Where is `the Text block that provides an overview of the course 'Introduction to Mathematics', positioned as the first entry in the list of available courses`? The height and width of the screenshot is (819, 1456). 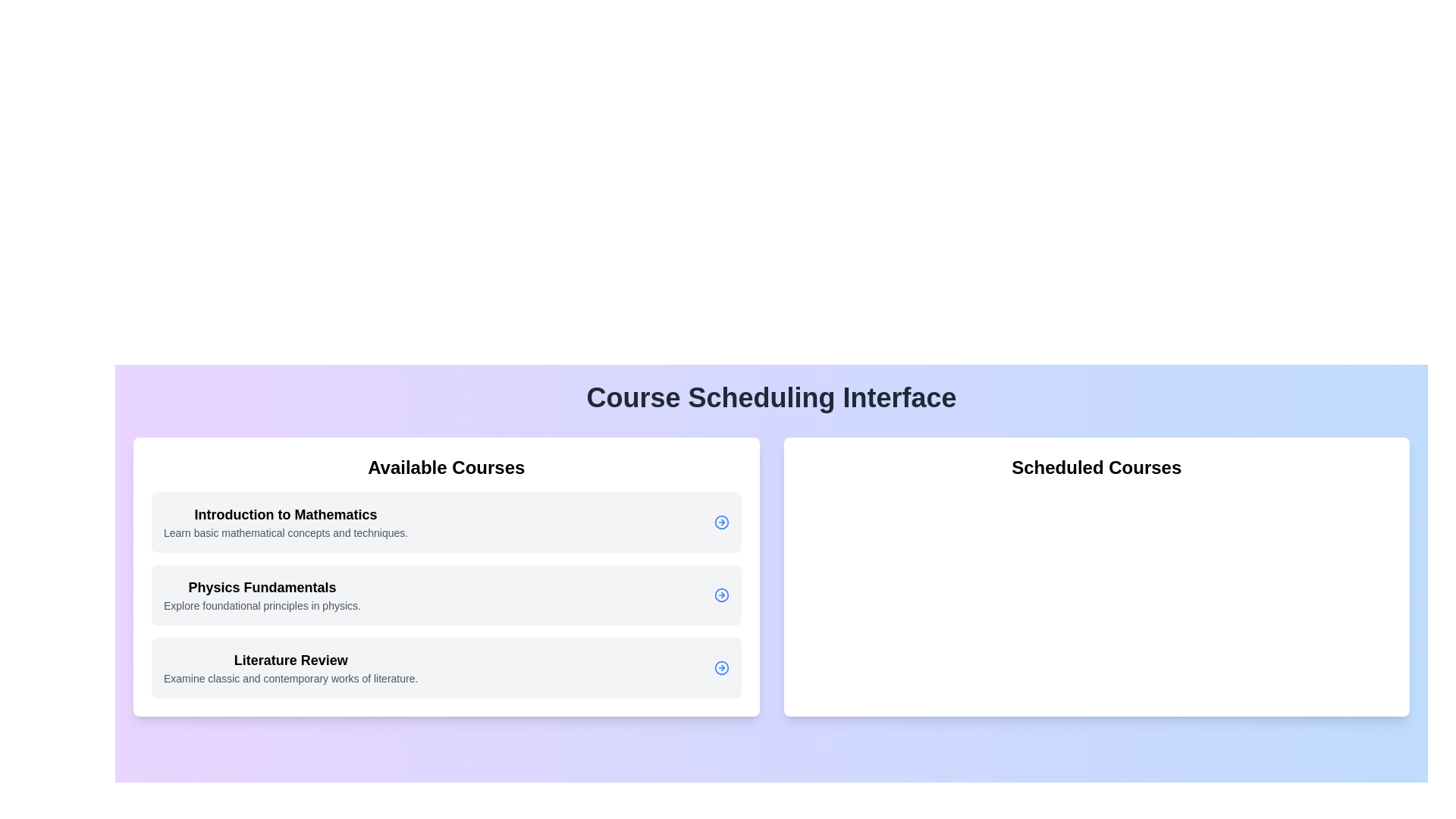 the Text block that provides an overview of the course 'Introduction to Mathematics', positioned as the first entry in the list of available courses is located at coordinates (286, 522).